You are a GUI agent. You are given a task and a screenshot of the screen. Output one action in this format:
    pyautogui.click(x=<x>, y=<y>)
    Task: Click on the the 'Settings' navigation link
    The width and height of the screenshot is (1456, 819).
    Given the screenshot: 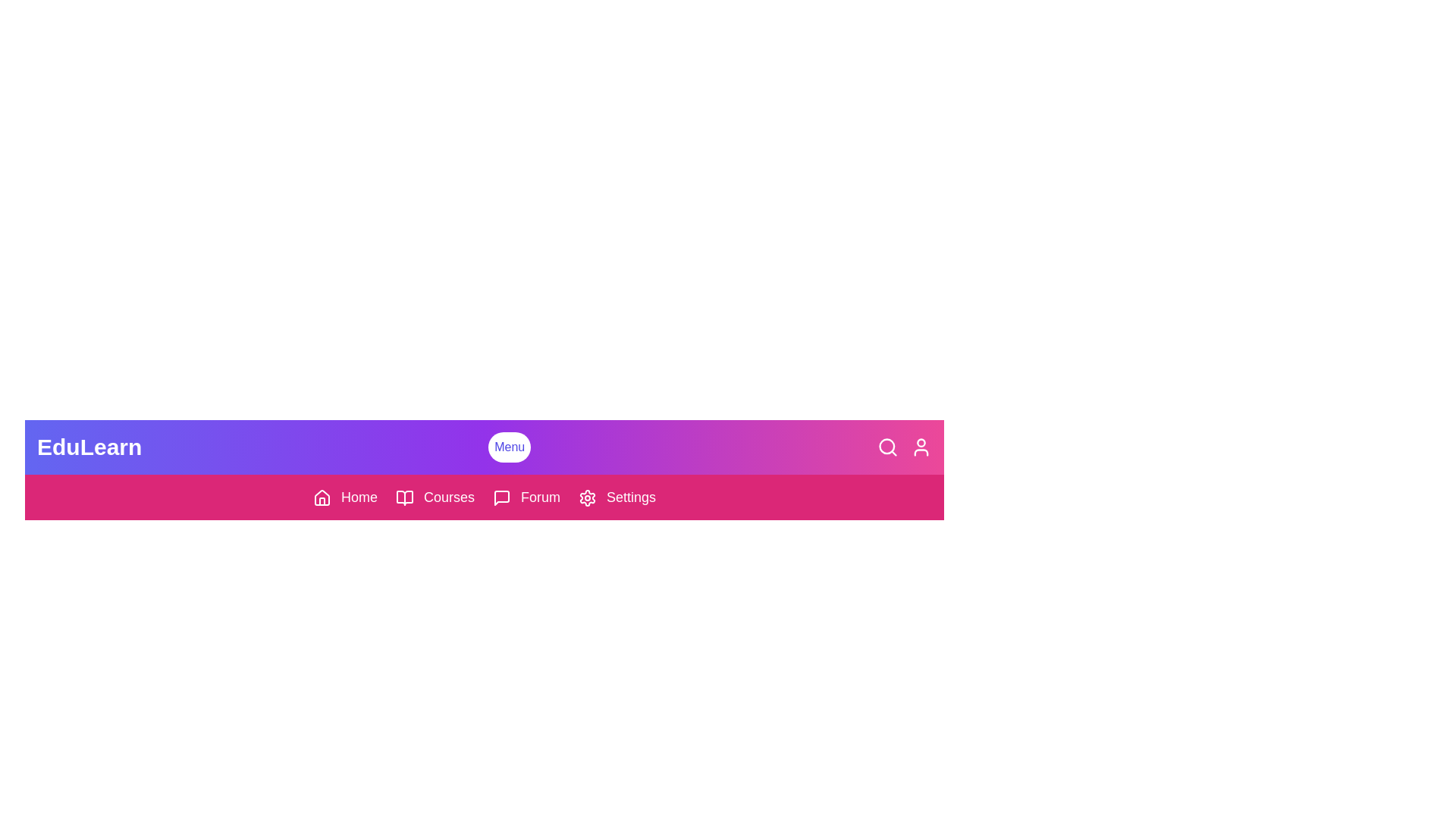 What is the action you would take?
    pyautogui.click(x=617, y=497)
    